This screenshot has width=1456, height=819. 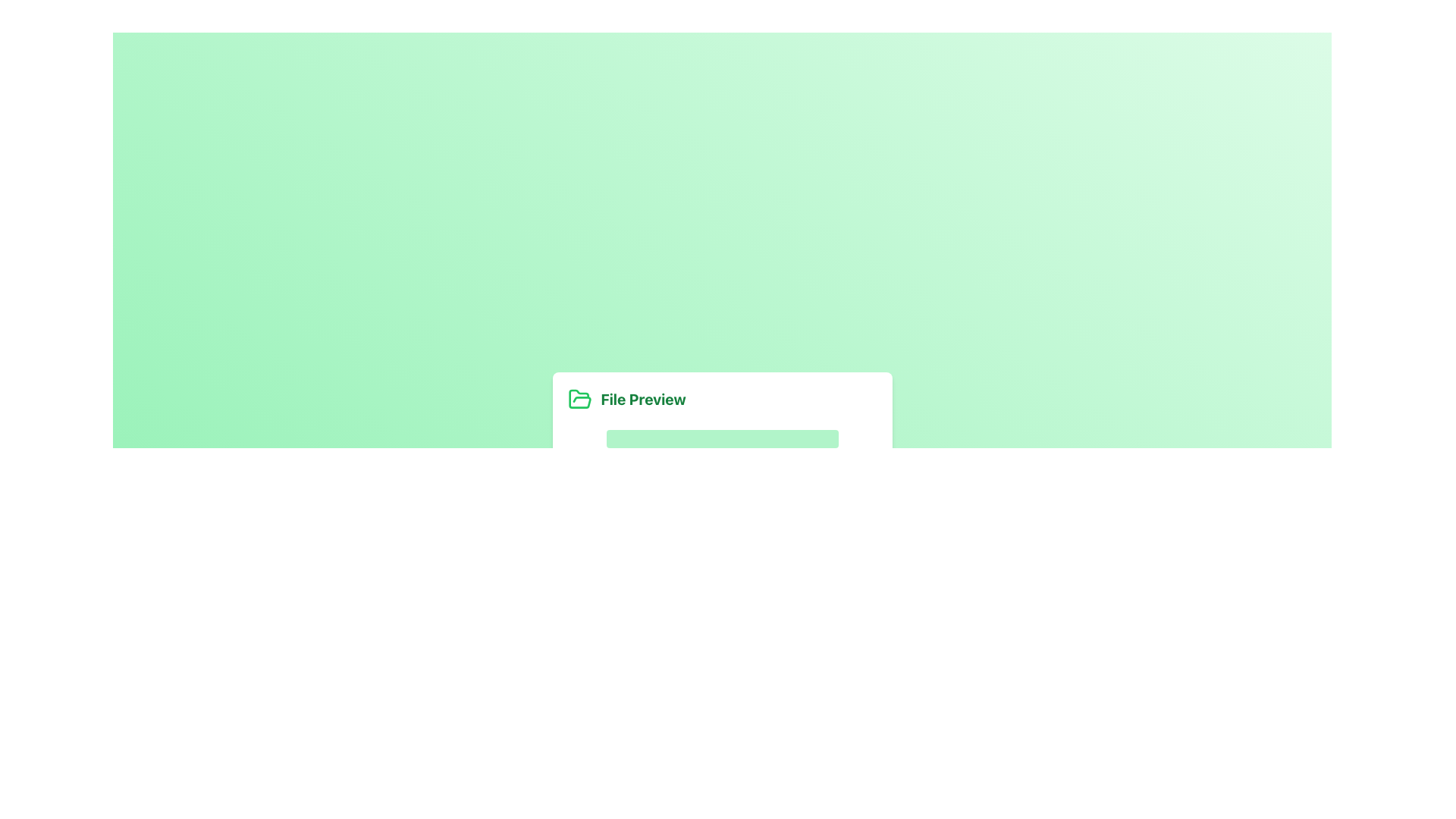 What do you see at coordinates (643, 399) in the screenshot?
I see `the text label displaying 'File Preview' in bold, large green font, indicating its importance as a header` at bounding box center [643, 399].